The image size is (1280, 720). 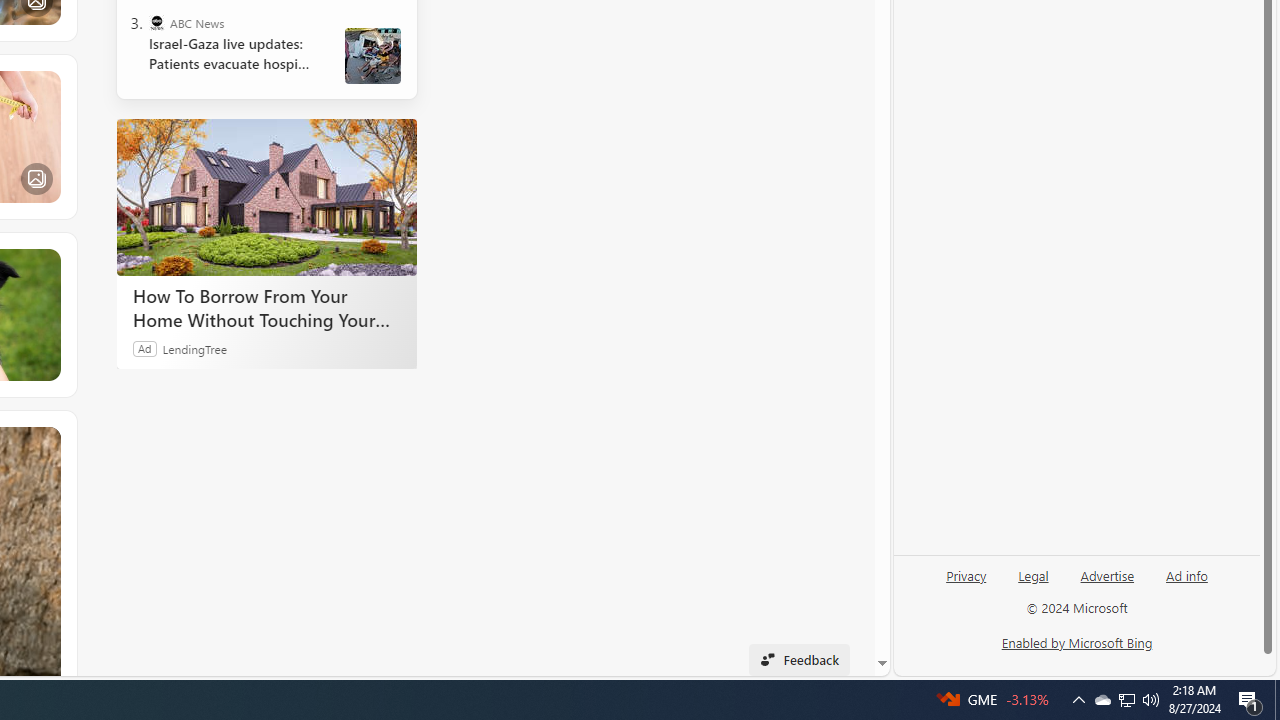 What do you see at coordinates (967, 583) in the screenshot?
I see `'Privacy'` at bounding box center [967, 583].